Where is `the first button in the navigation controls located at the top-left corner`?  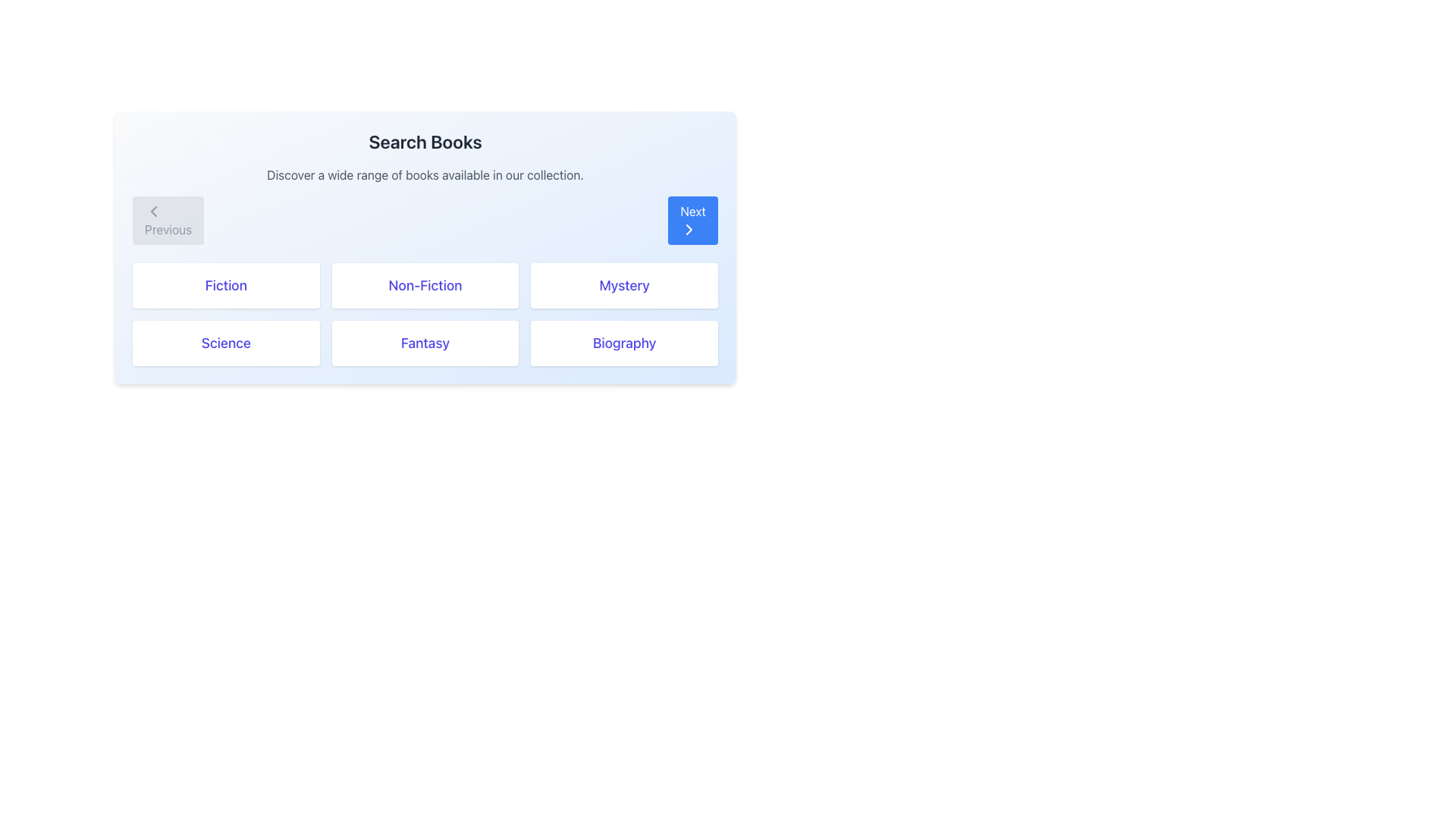 the first button in the navigation controls located at the top-left corner is located at coordinates (168, 220).